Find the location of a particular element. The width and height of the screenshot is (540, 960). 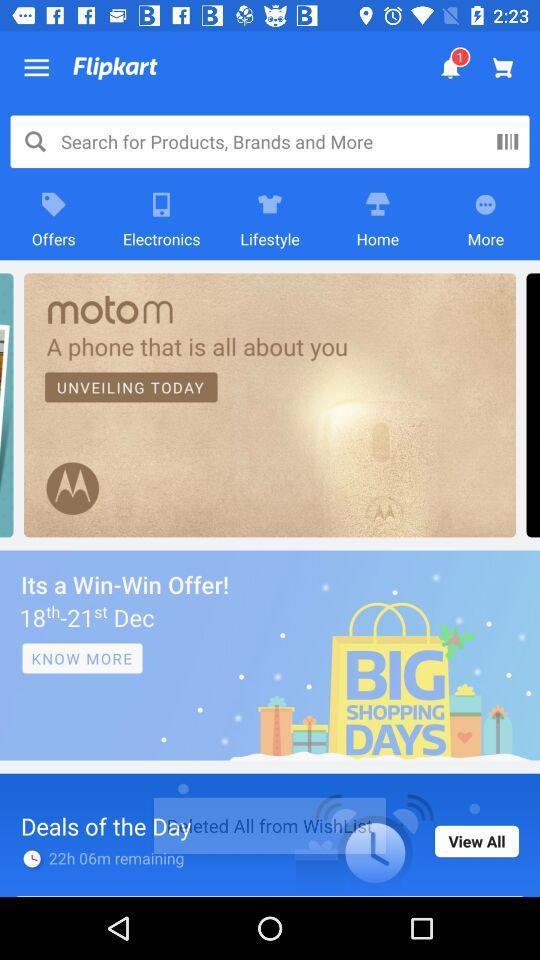

the item above the search for products item is located at coordinates (36, 68).